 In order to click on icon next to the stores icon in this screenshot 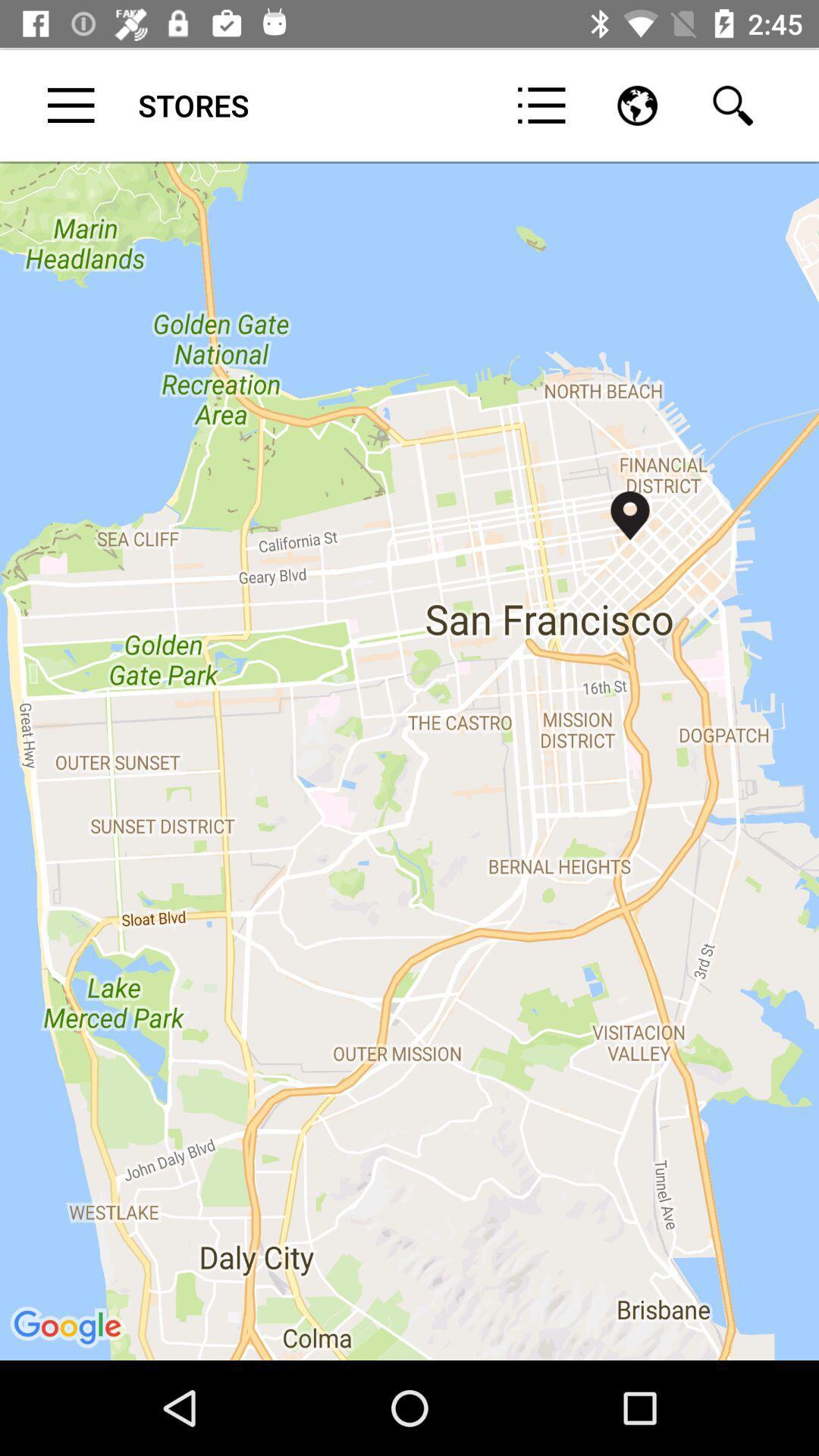, I will do `click(71, 105)`.